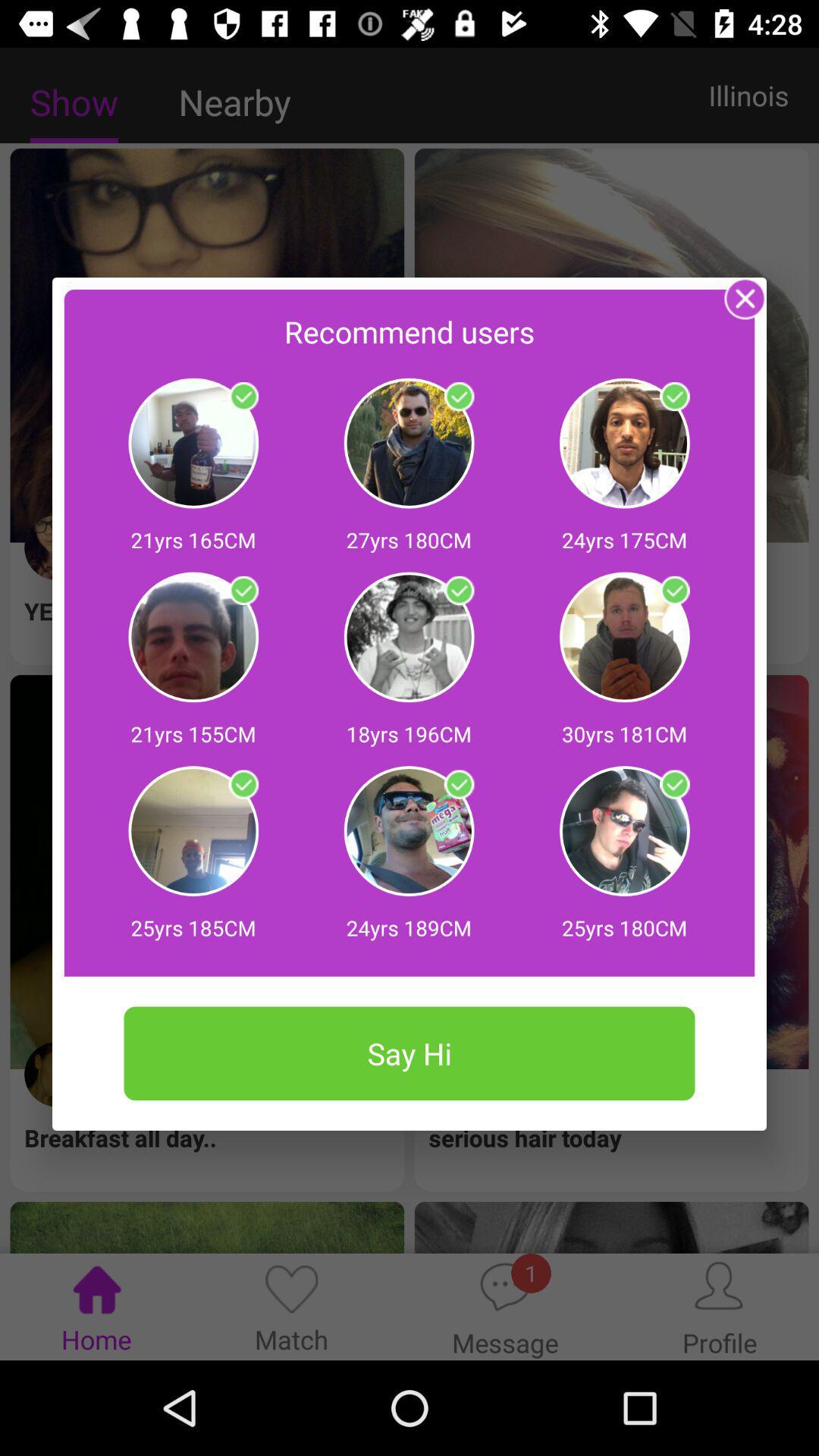 The width and height of the screenshot is (819, 1456). I want to click on click symbol, so click(243, 590).